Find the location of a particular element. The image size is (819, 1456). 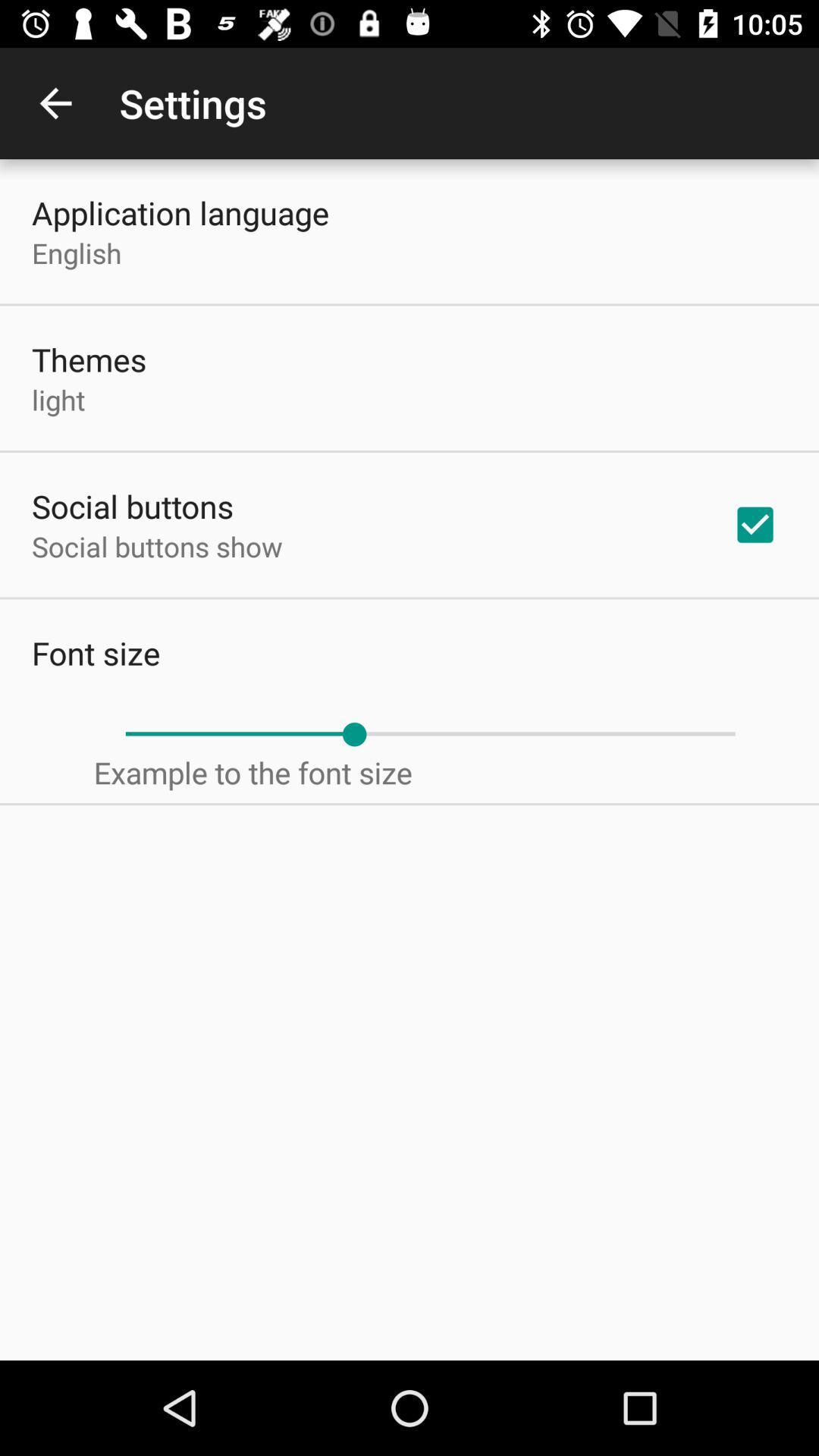

item next to settings item is located at coordinates (55, 102).